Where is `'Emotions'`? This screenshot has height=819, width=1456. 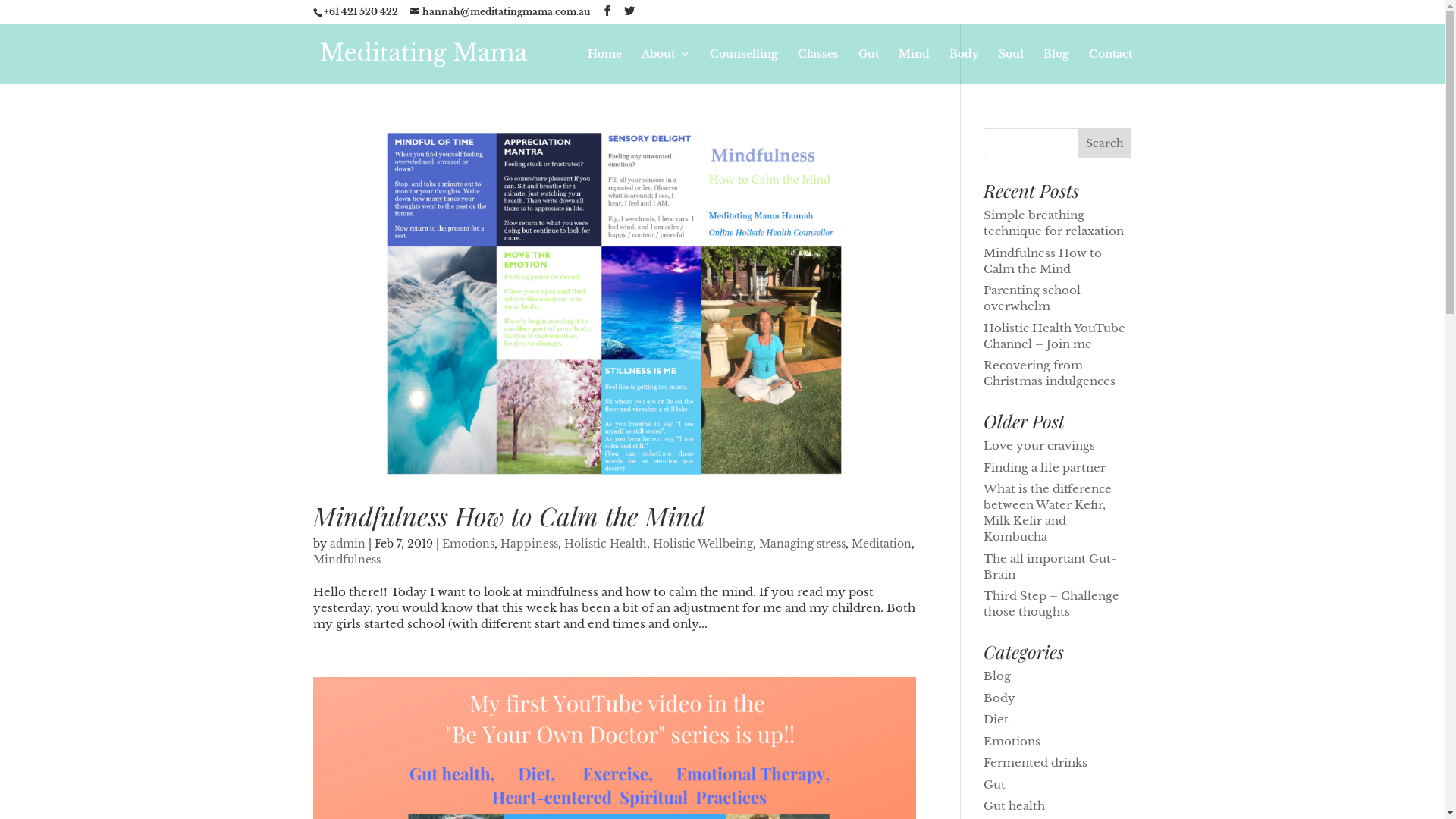 'Emotions' is located at coordinates (466, 543).